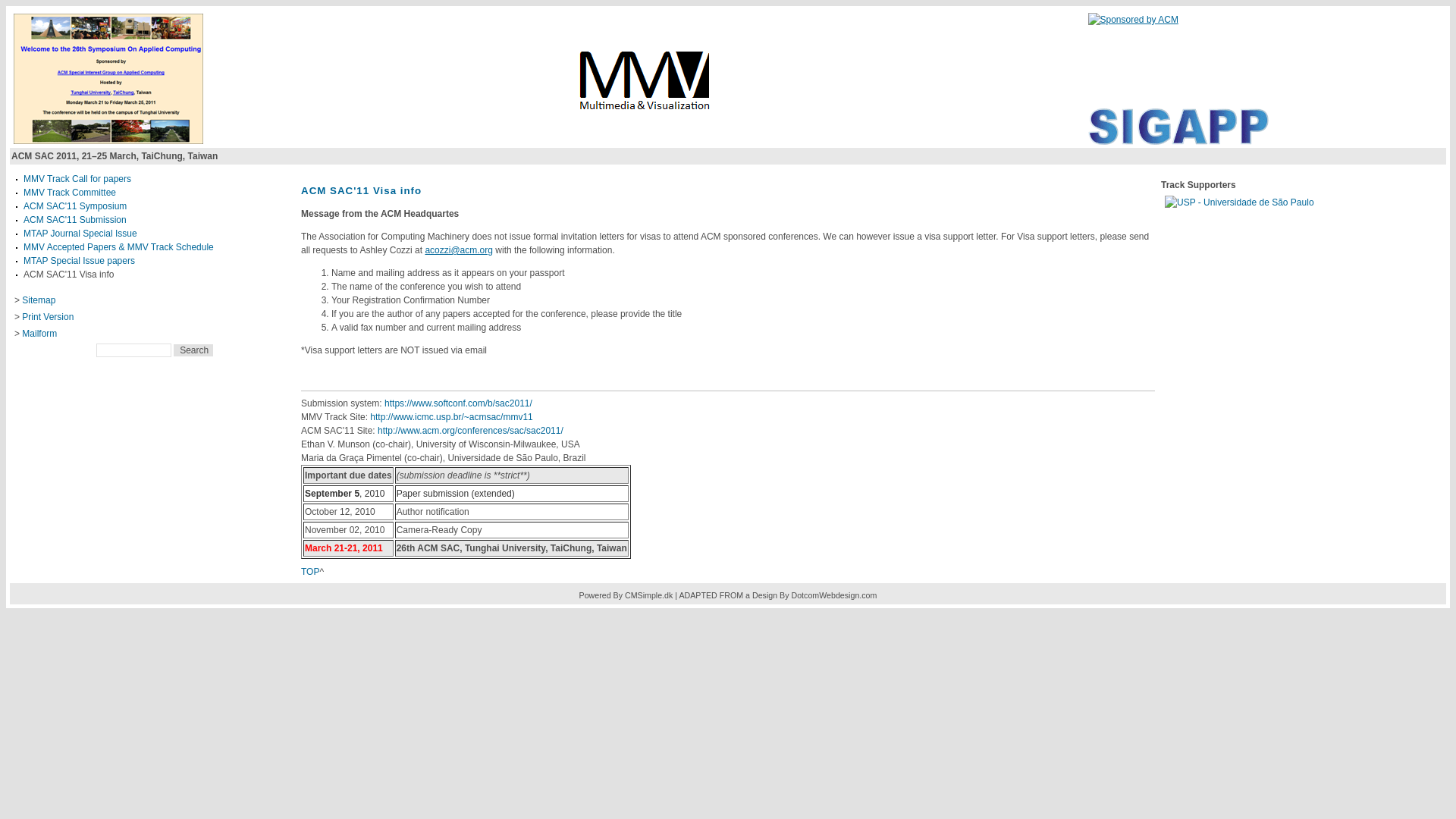 Image resolution: width=1456 pixels, height=819 pixels. I want to click on 'Search', so click(192, 350).